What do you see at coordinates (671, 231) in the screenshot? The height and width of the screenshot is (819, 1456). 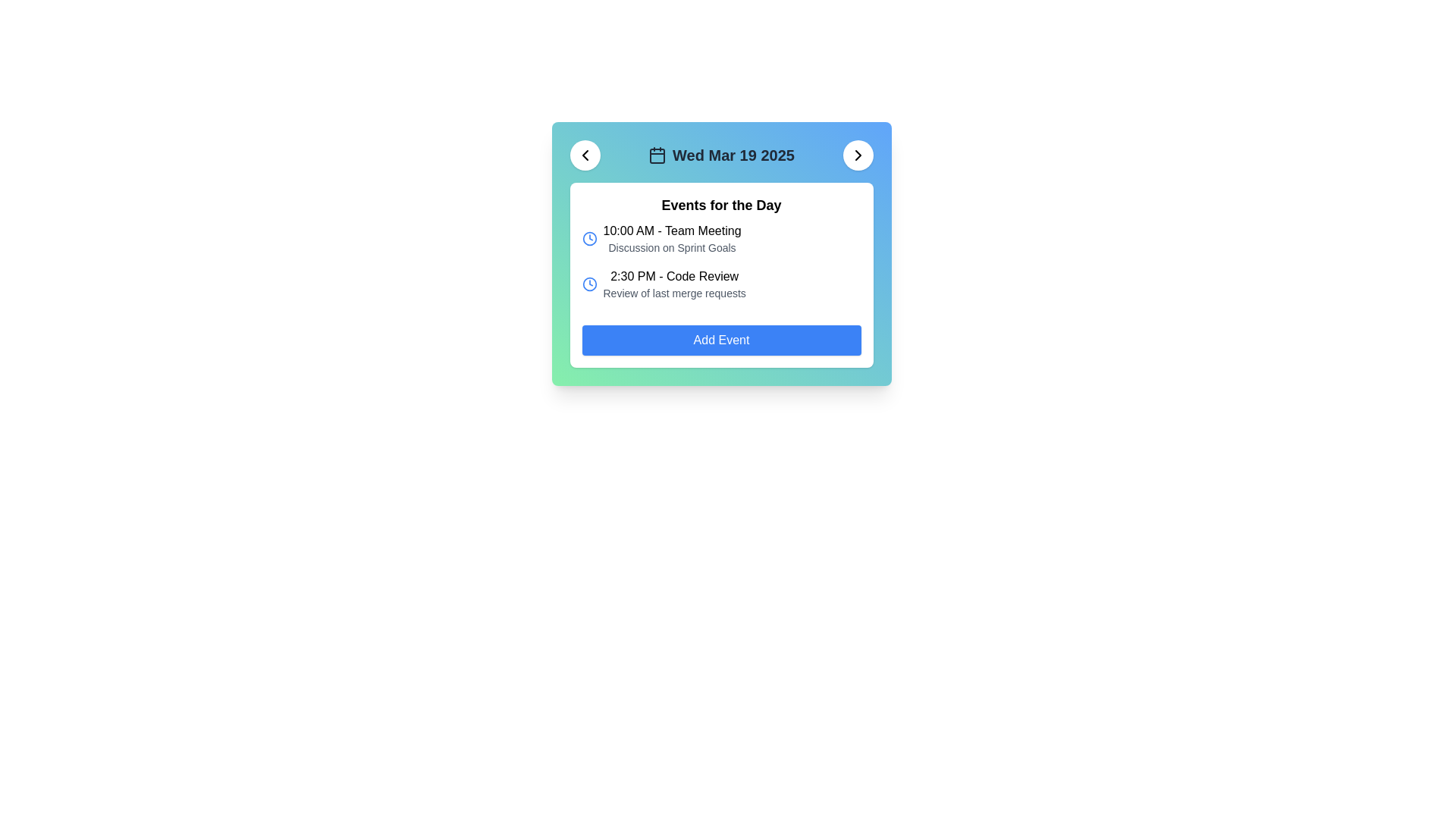 I see `the header text label for the scheduled event located in the 'Events for the Day' section of the calendar interface, which is positioned above the 'Discussion on Sprint Goals' description` at bounding box center [671, 231].